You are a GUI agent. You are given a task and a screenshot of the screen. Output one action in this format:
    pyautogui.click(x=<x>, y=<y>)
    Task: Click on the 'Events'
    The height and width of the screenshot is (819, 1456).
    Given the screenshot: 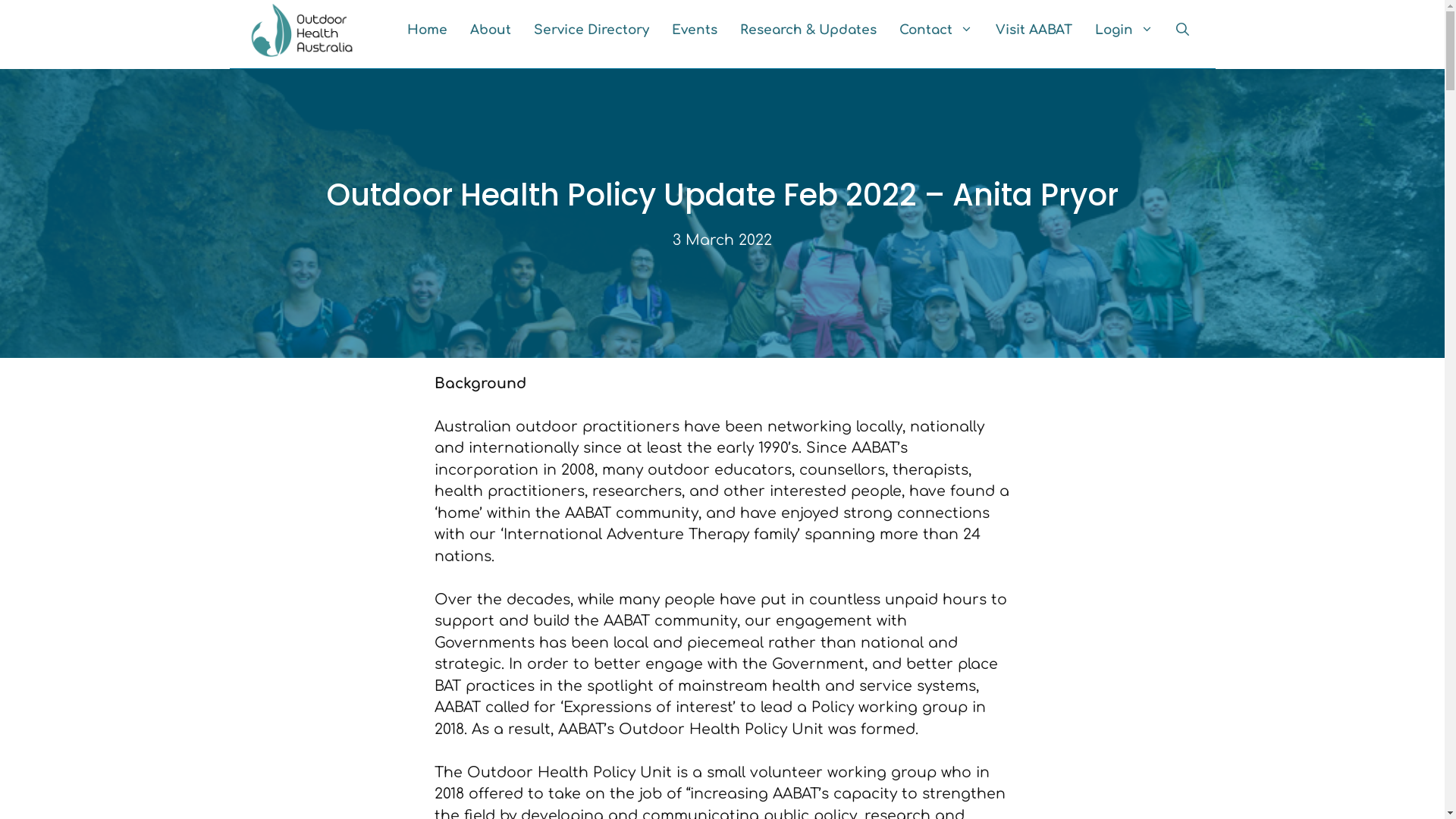 What is the action you would take?
    pyautogui.click(x=659, y=30)
    